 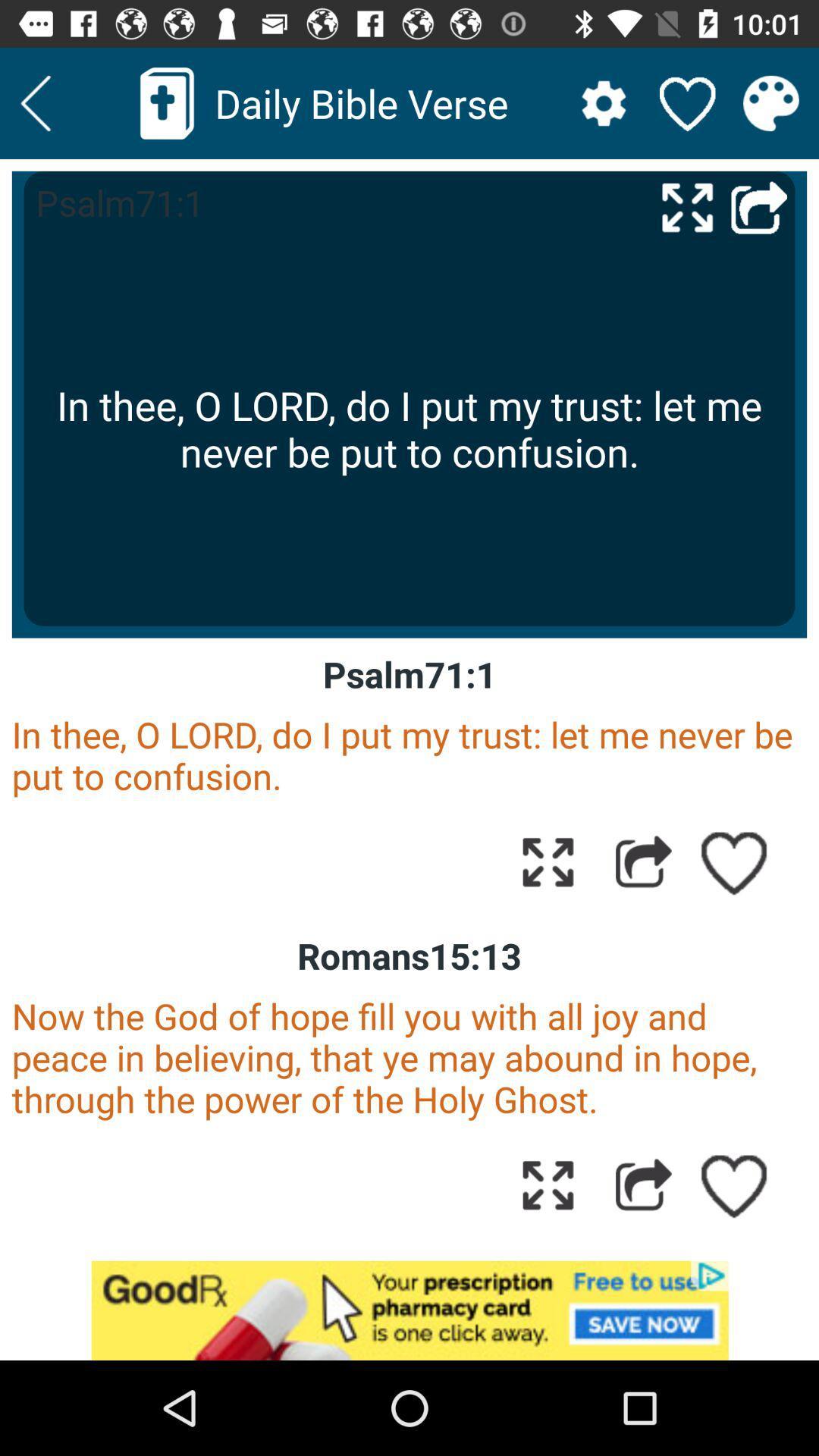 I want to click on expand, so click(x=548, y=861).